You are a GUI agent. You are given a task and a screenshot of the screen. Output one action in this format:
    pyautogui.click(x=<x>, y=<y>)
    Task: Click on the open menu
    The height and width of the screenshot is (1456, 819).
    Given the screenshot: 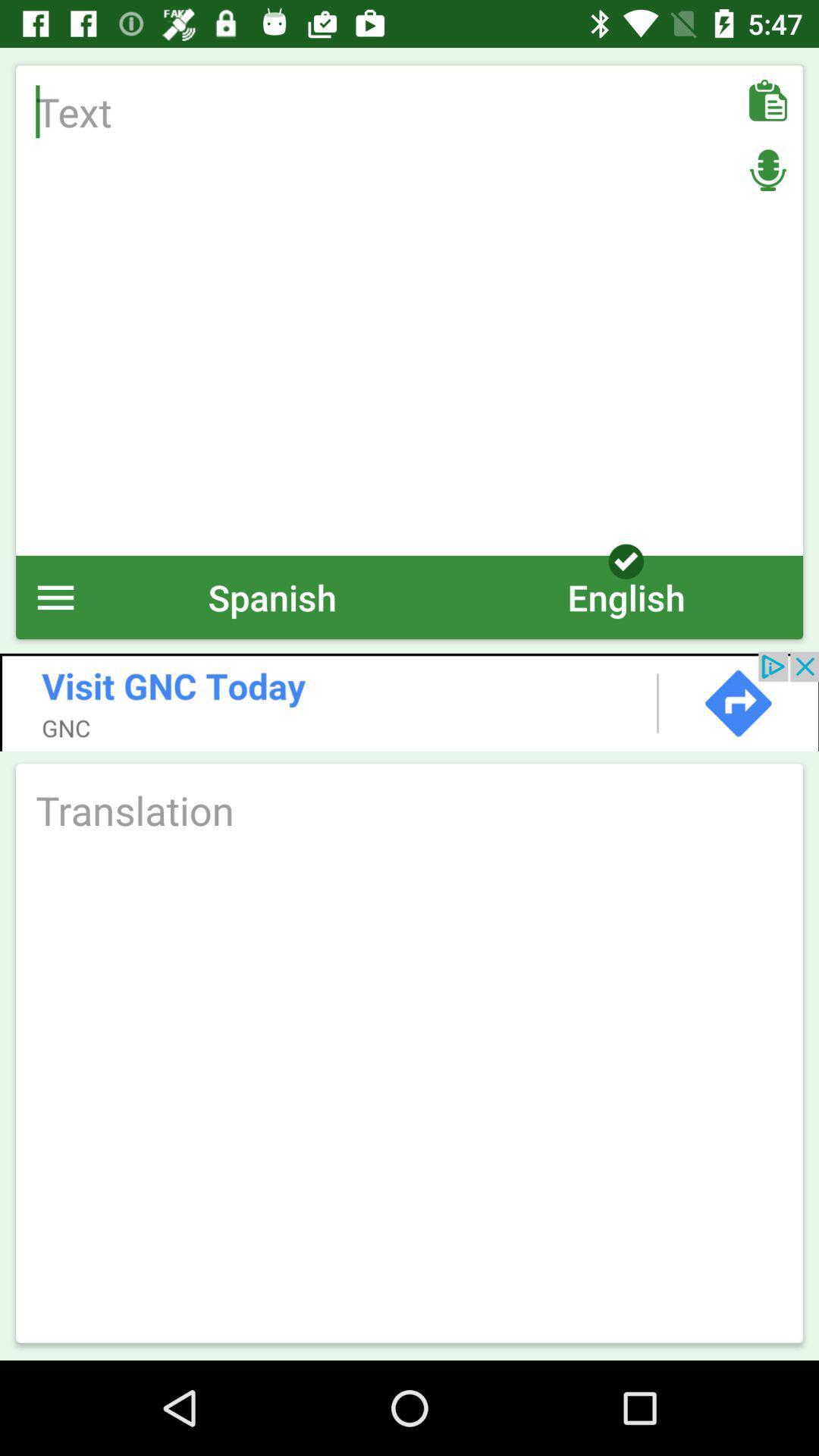 What is the action you would take?
    pyautogui.click(x=55, y=596)
    